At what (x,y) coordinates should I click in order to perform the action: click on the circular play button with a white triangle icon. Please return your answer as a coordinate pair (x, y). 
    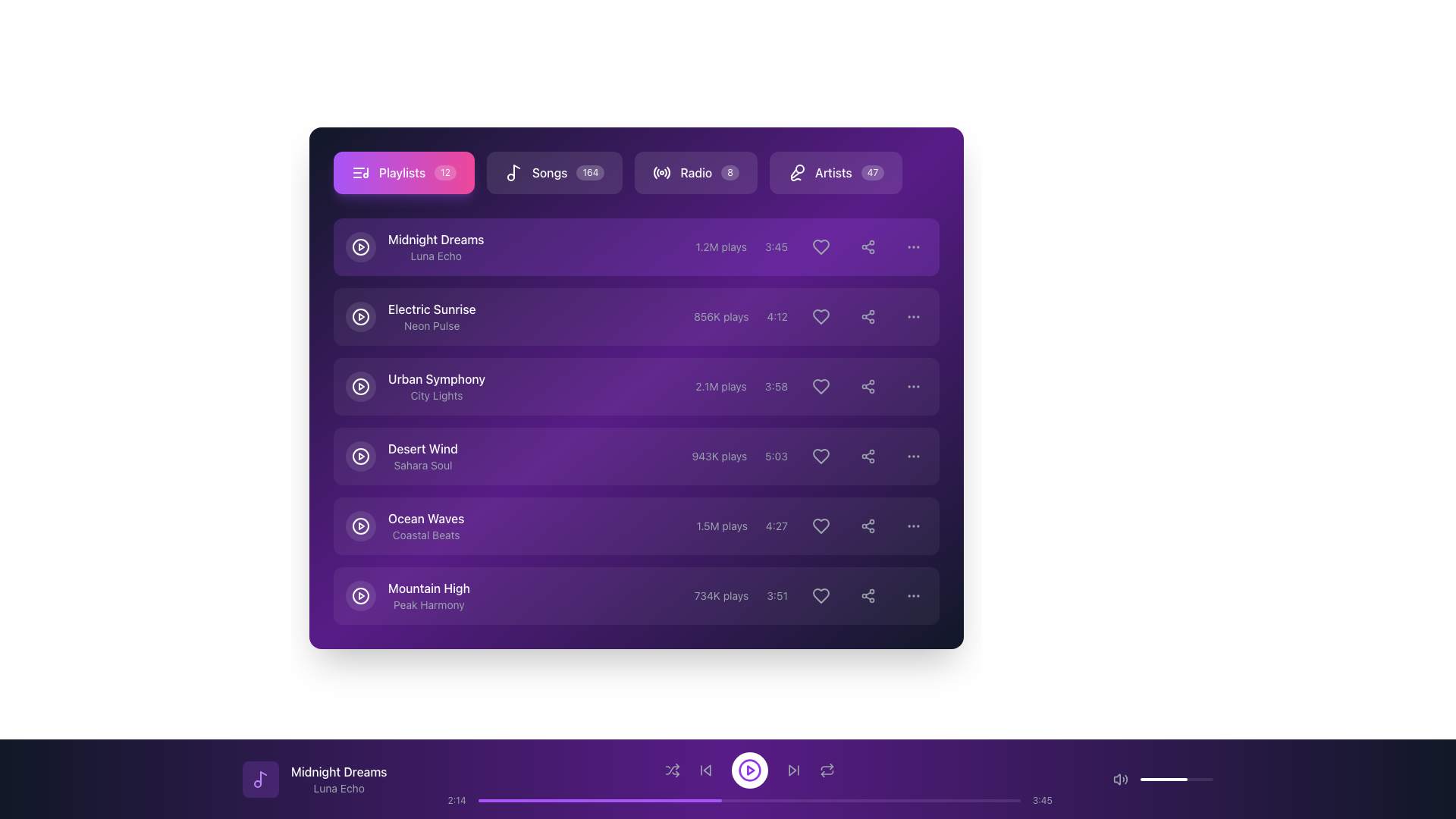
    Looking at the image, I should click on (359, 526).